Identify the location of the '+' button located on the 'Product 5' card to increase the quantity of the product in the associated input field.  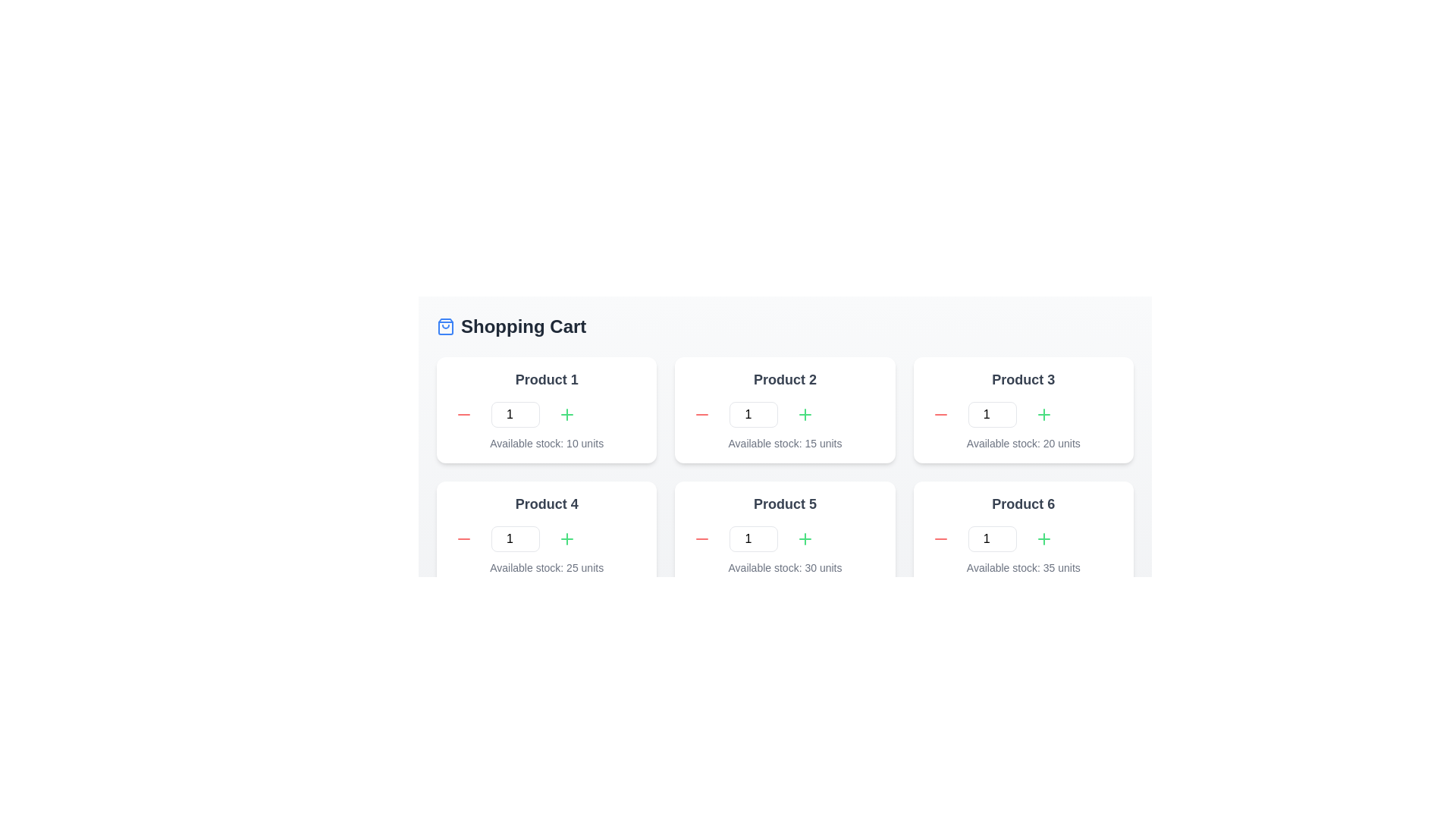
(805, 538).